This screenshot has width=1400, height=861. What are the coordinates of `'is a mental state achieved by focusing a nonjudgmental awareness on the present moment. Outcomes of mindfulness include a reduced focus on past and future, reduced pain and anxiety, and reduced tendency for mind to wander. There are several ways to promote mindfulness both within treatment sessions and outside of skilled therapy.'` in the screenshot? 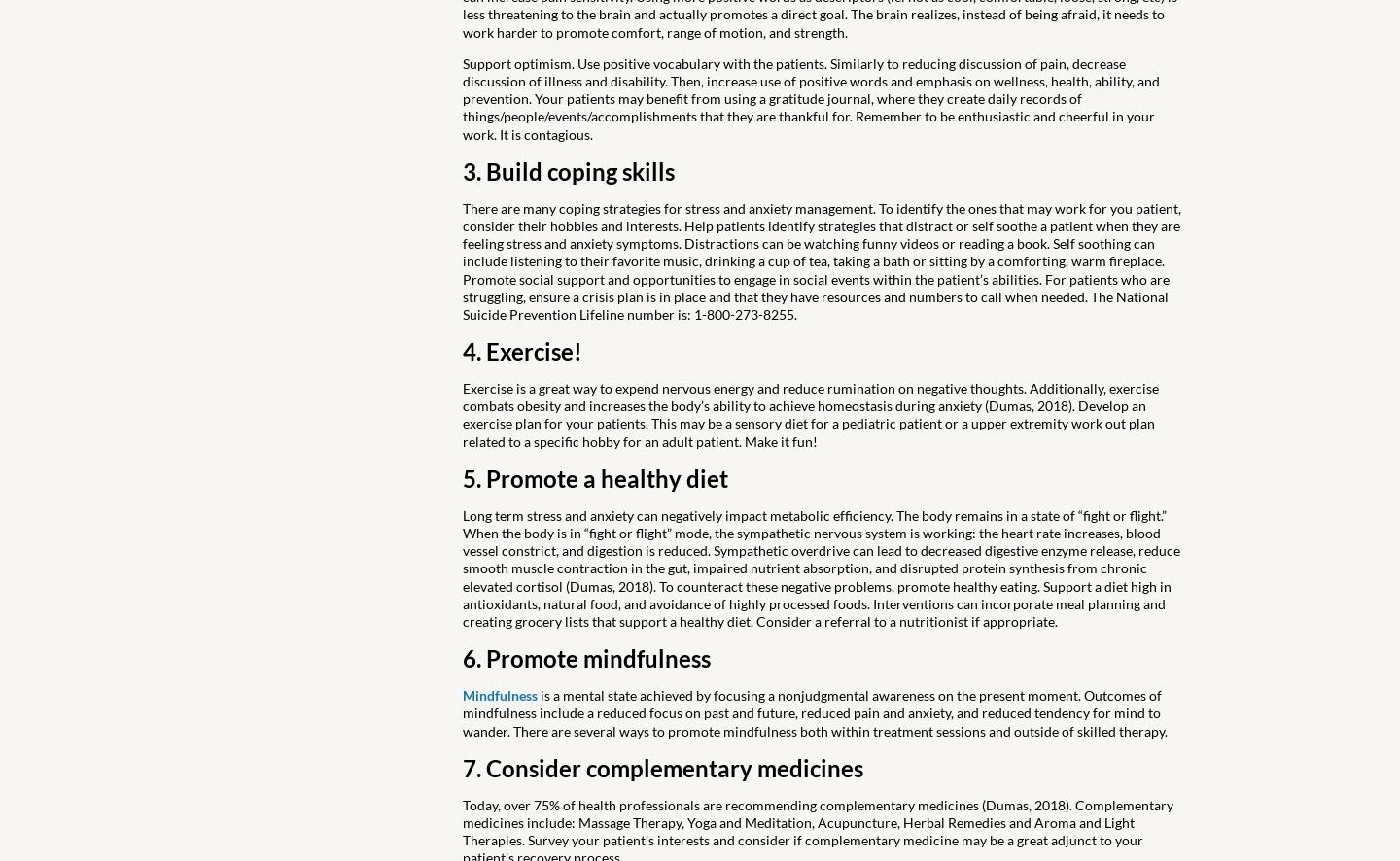 It's located at (815, 712).